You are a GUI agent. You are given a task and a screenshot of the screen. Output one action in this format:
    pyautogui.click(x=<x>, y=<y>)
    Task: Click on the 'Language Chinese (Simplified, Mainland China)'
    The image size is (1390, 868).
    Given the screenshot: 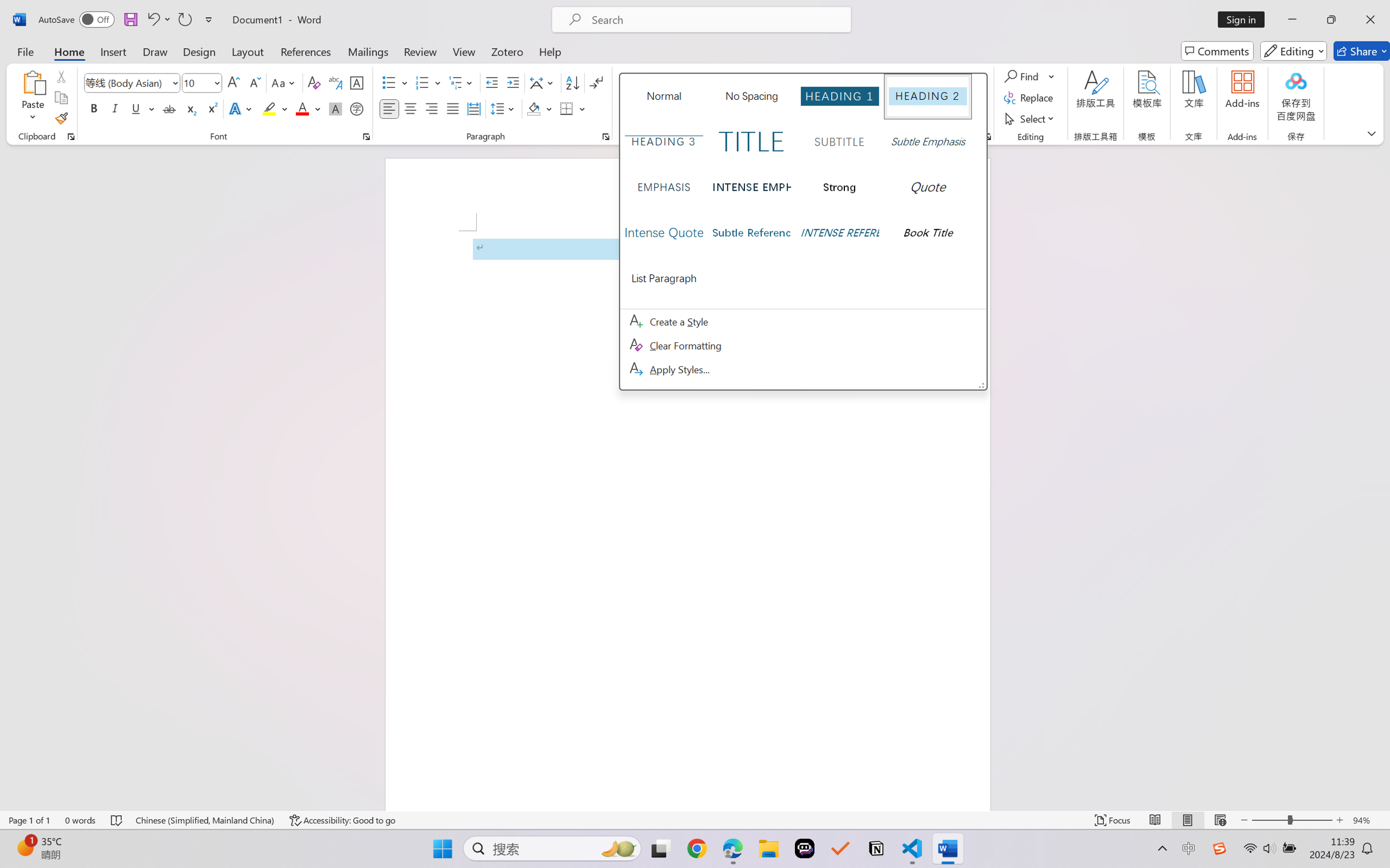 What is the action you would take?
    pyautogui.click(x=204, y=820)
    